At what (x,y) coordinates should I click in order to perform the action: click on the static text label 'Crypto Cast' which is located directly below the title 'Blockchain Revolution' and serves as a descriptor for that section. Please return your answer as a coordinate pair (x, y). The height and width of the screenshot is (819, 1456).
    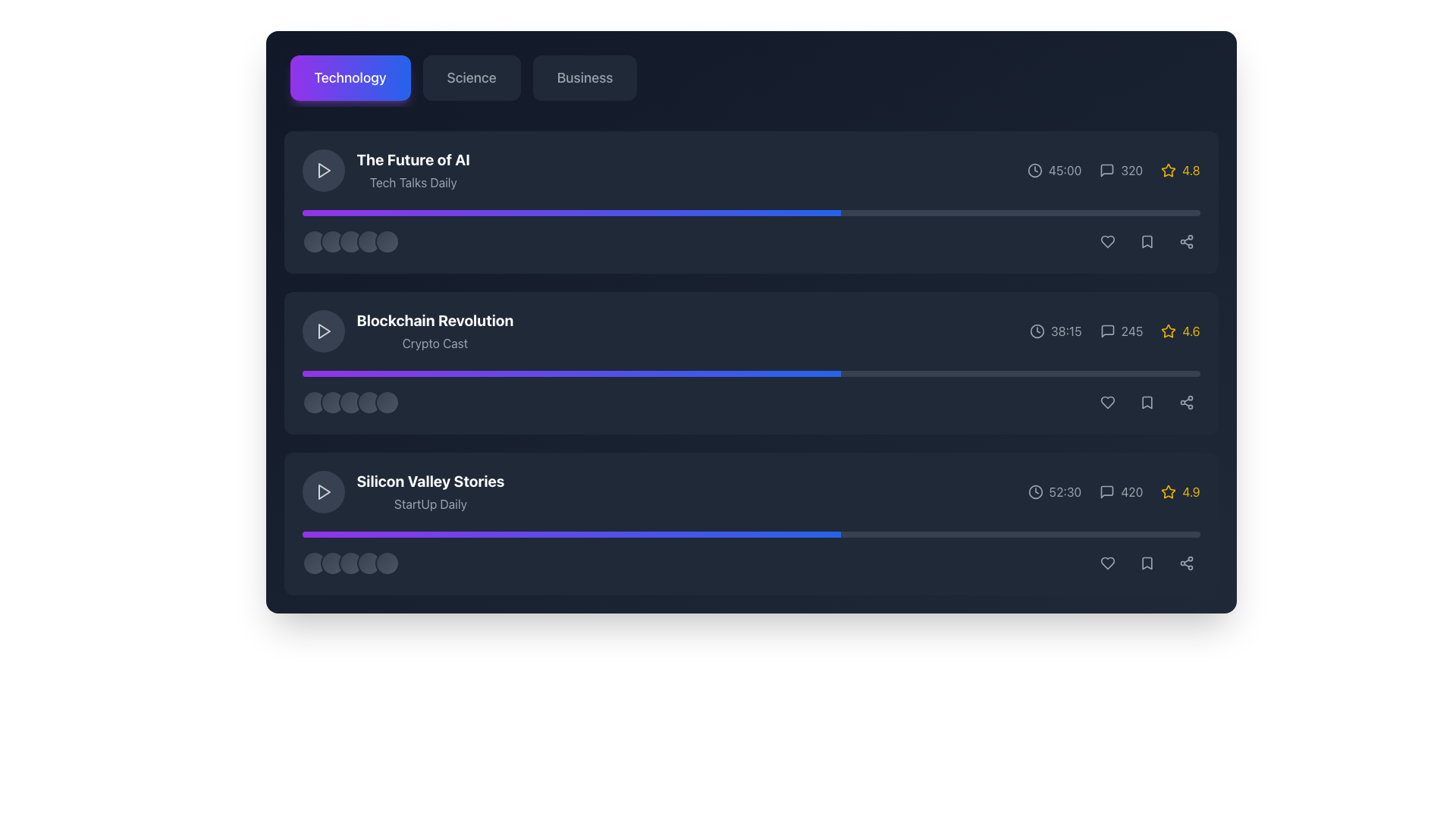
    Looking at the image, I should click on (434, 343).